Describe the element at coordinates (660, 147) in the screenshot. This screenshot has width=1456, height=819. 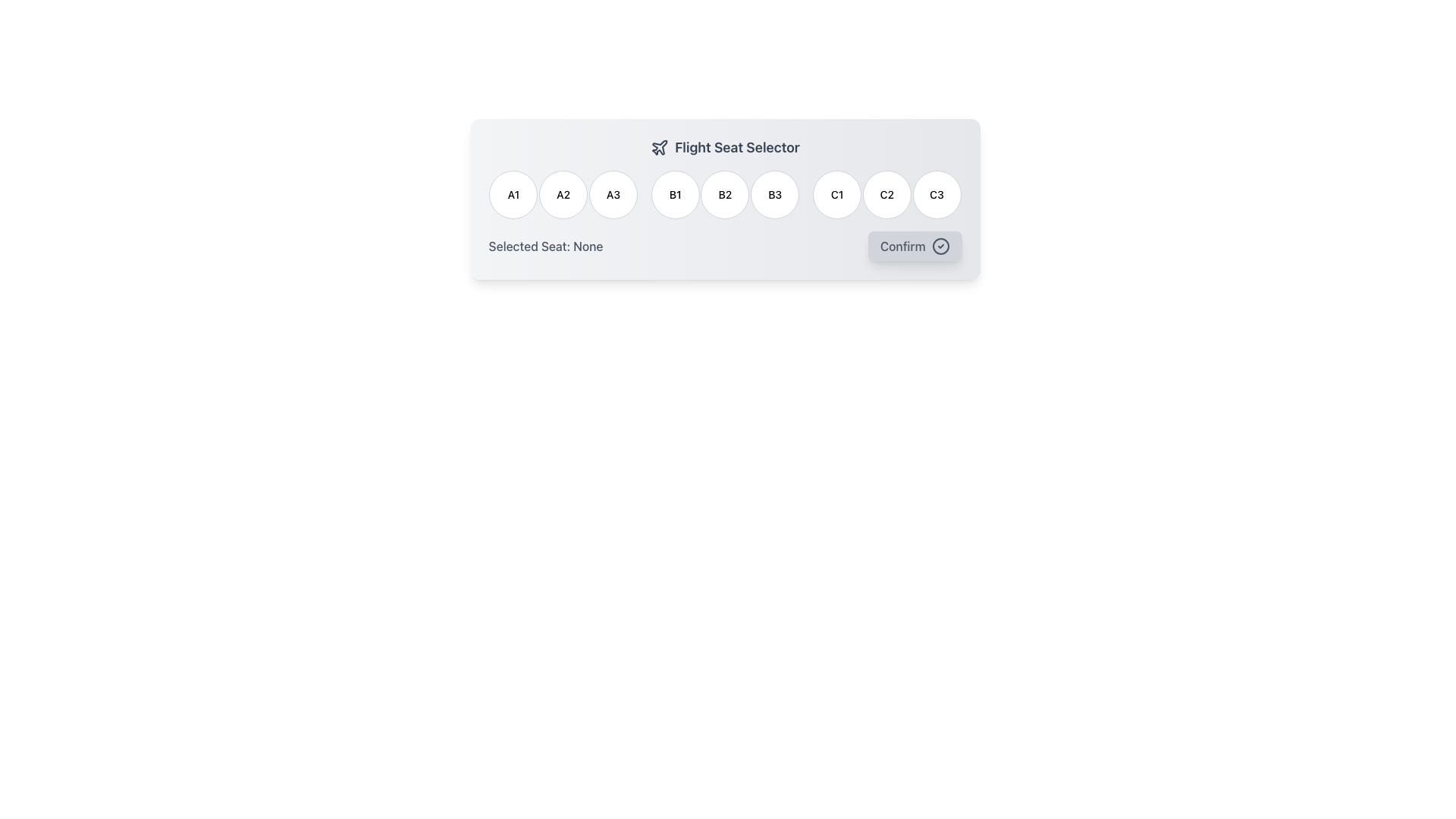
I see `the decorative flight icon associated with the 'Flight Seat Selector' label located in the top-left region of the interface` at that location.